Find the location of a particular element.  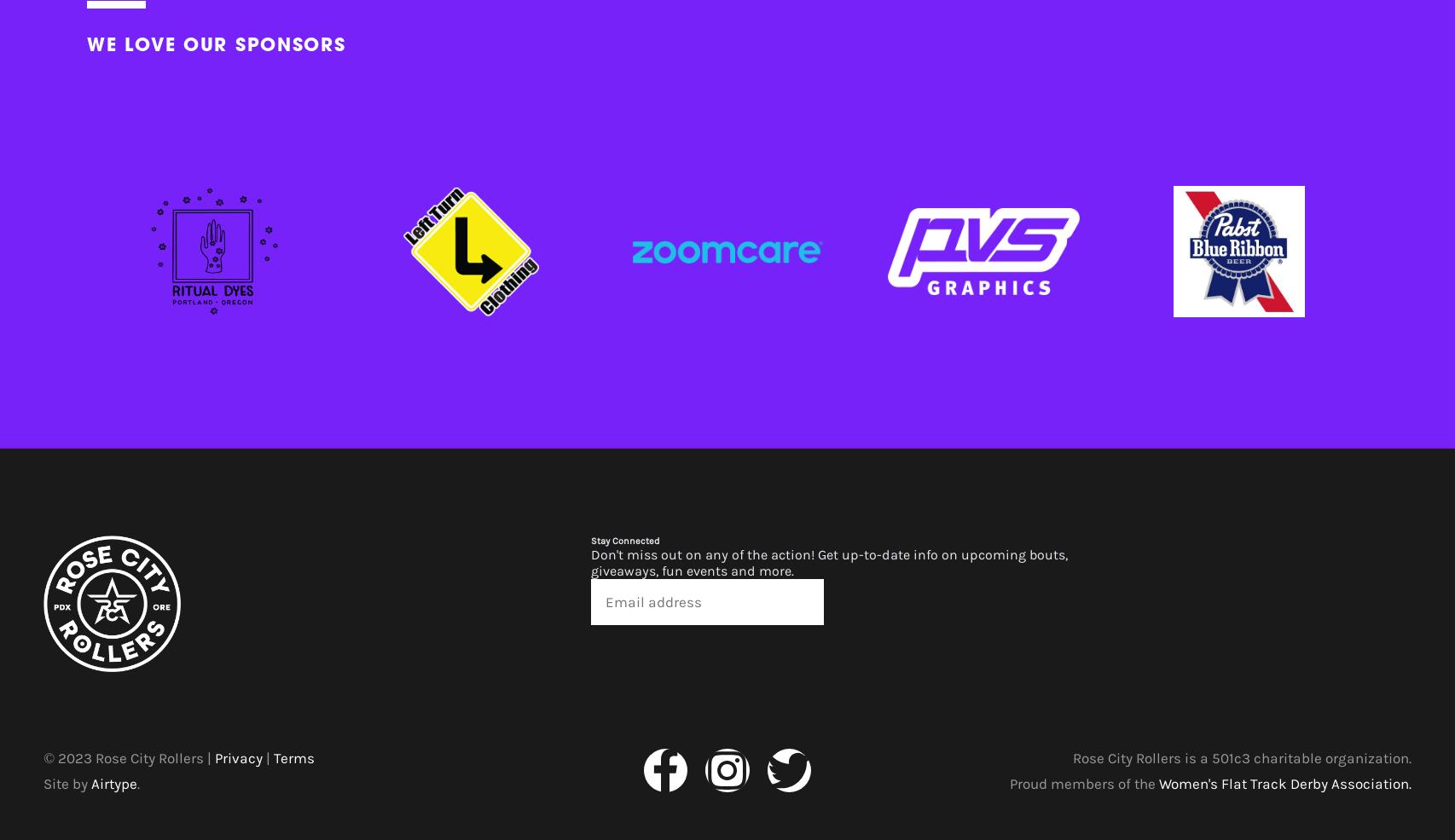

'Proud members of the' is located at coordinates (1083, 784).